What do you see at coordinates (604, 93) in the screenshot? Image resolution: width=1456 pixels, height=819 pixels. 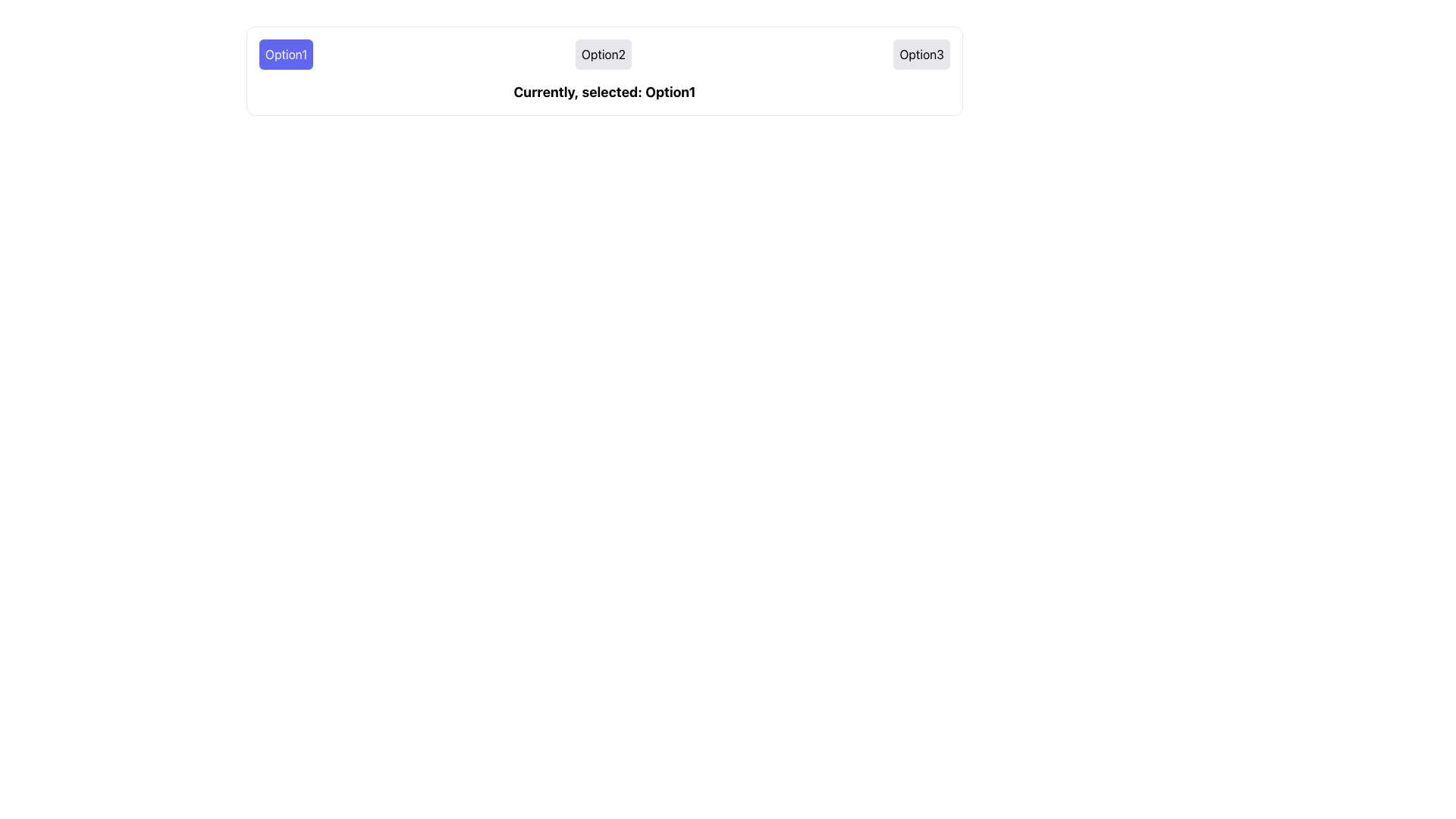 I see `the text label displaying 'Currently, selected: Option1', which is bold and larger, located below the group of options` at bounding box center [604, 93].